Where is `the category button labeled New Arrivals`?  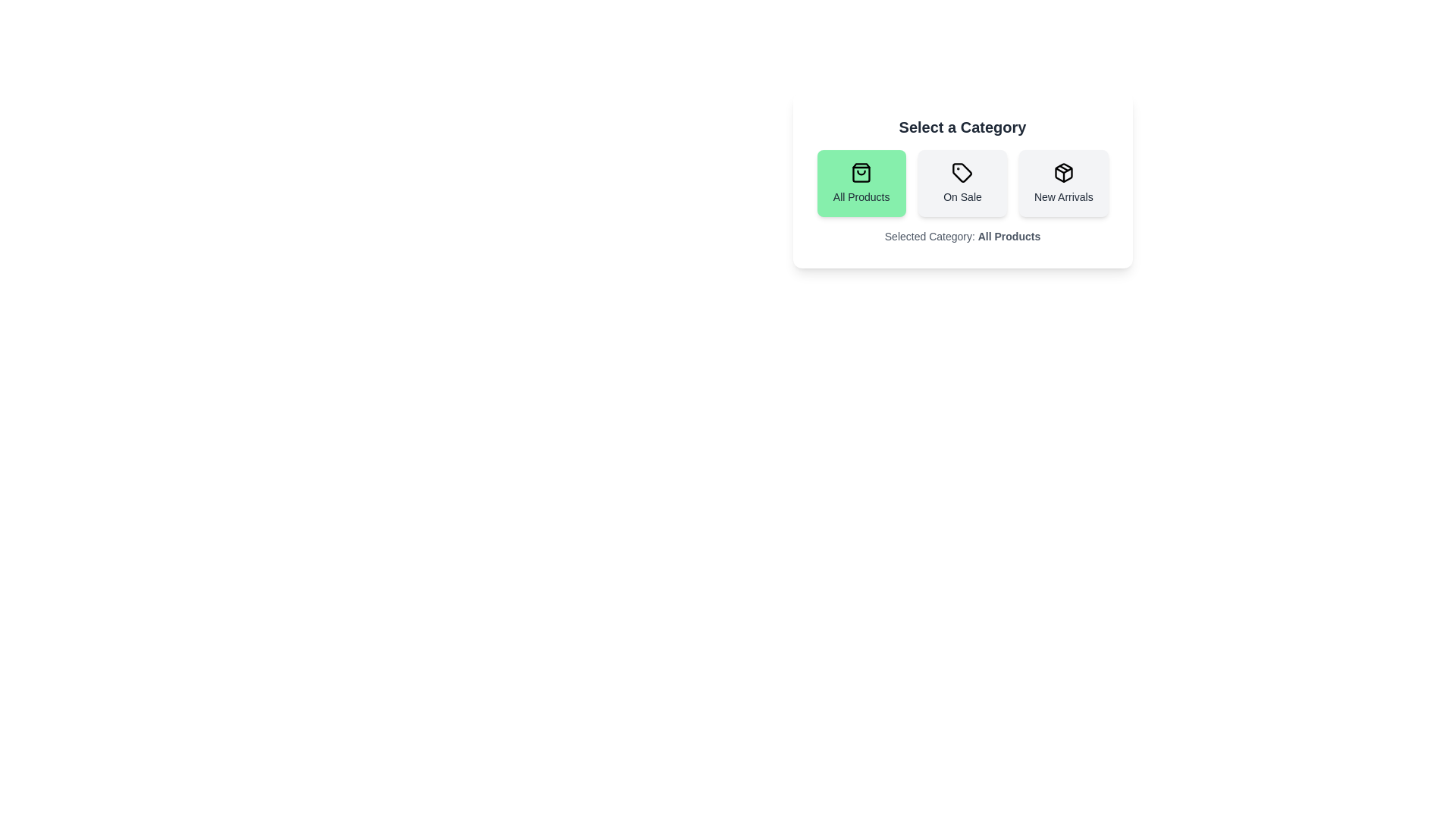
the category button labeled New Arrivals is located at coordinates (1062, 183).